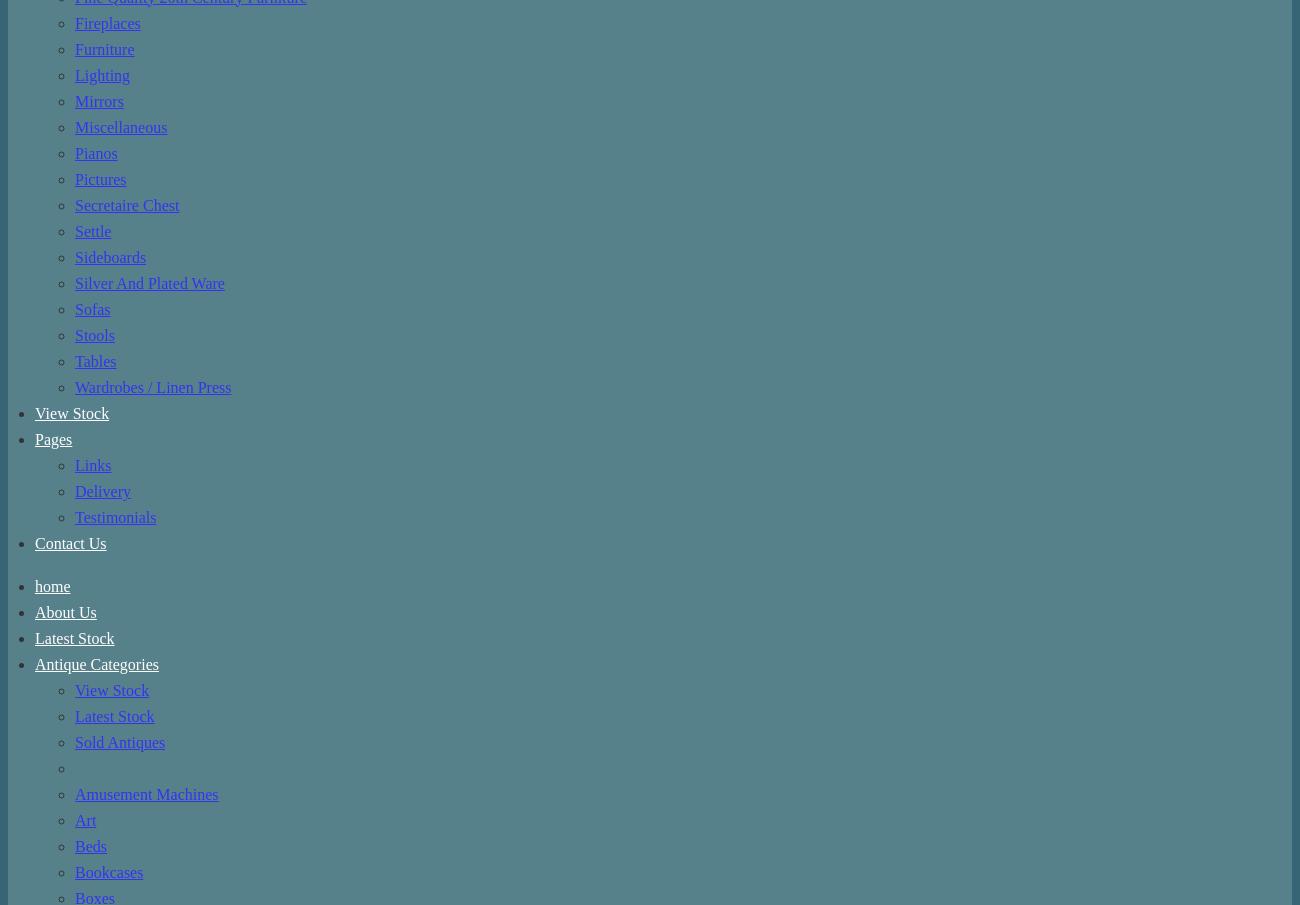 This screenshot has height=905, width=1300. Describe the element at coordinates (75, 872) in the screenshot. I see `'Bookcases'` at that location.